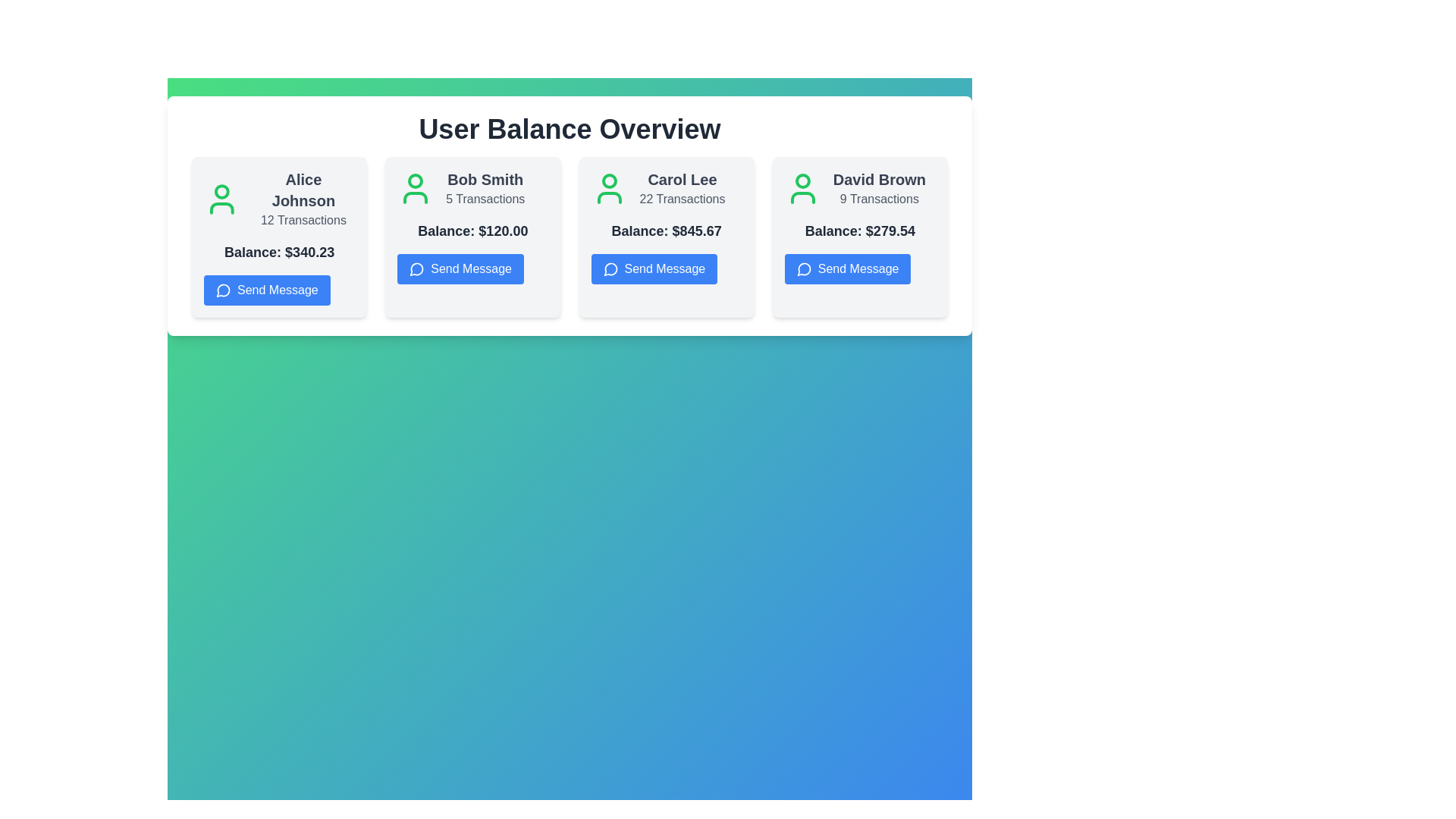 The image size is (1456, 819). Describe the element at coordinates (860, 188) in the screenshot. I see `the text element introducing user 'David Brown' located at the top right corner of the fourth user card in the 'User Balance Overview' section` at that location.